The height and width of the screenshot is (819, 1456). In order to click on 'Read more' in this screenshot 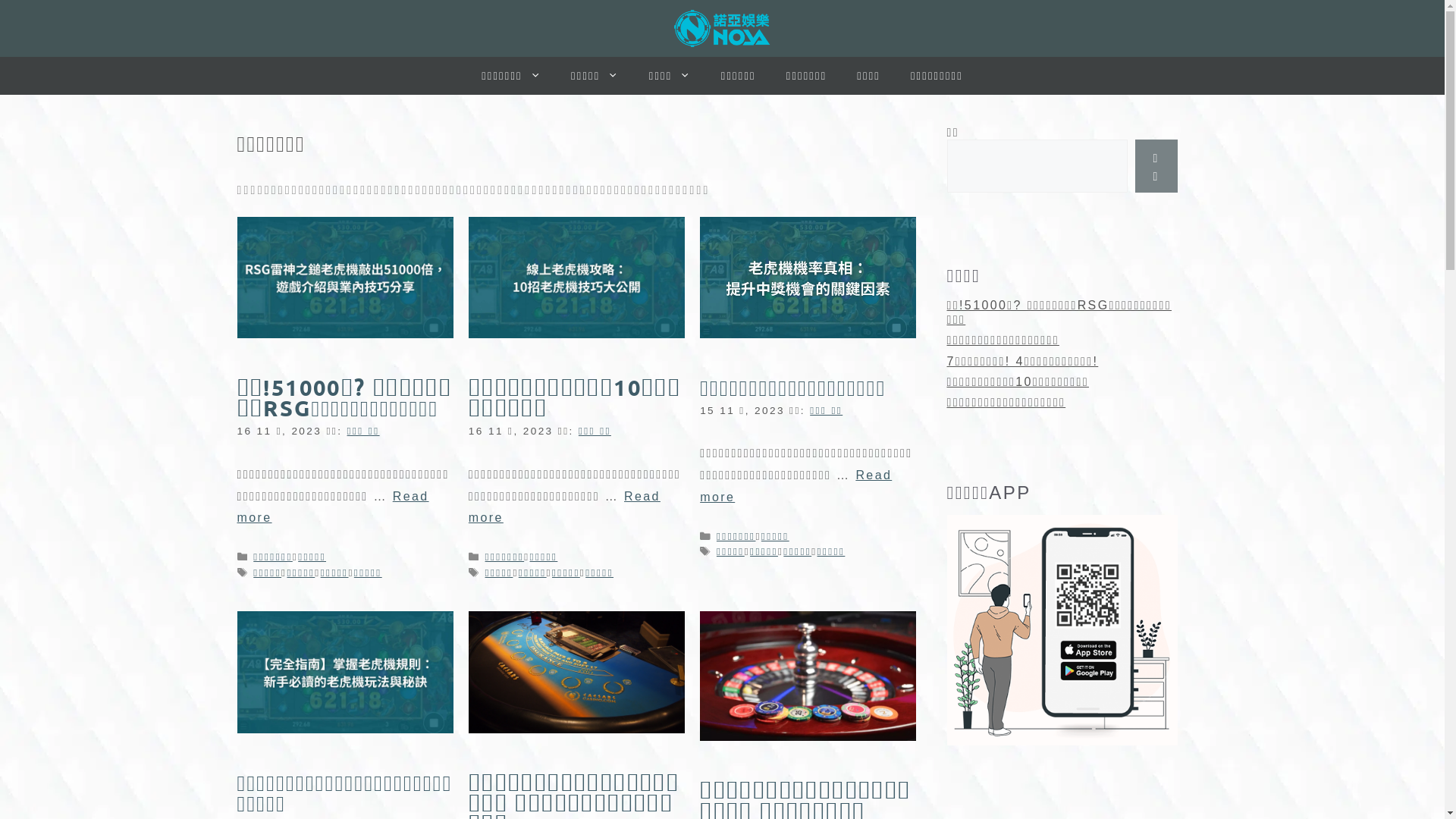, I will do `click(331, 507)`.